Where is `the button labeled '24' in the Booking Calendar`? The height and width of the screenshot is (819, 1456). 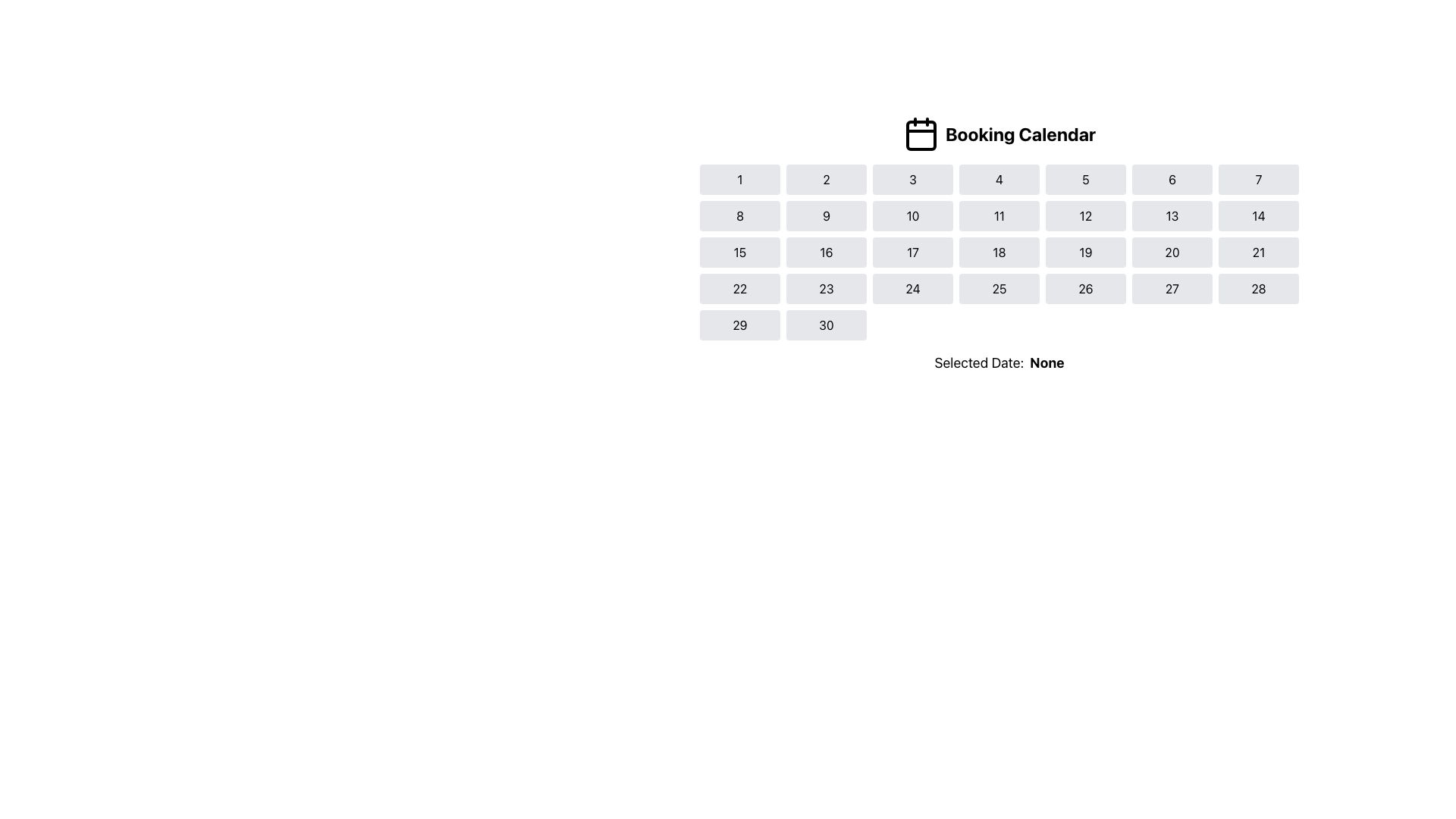 the button labeled '24' in the Booking Calendar is located at coordinates (912, 289).